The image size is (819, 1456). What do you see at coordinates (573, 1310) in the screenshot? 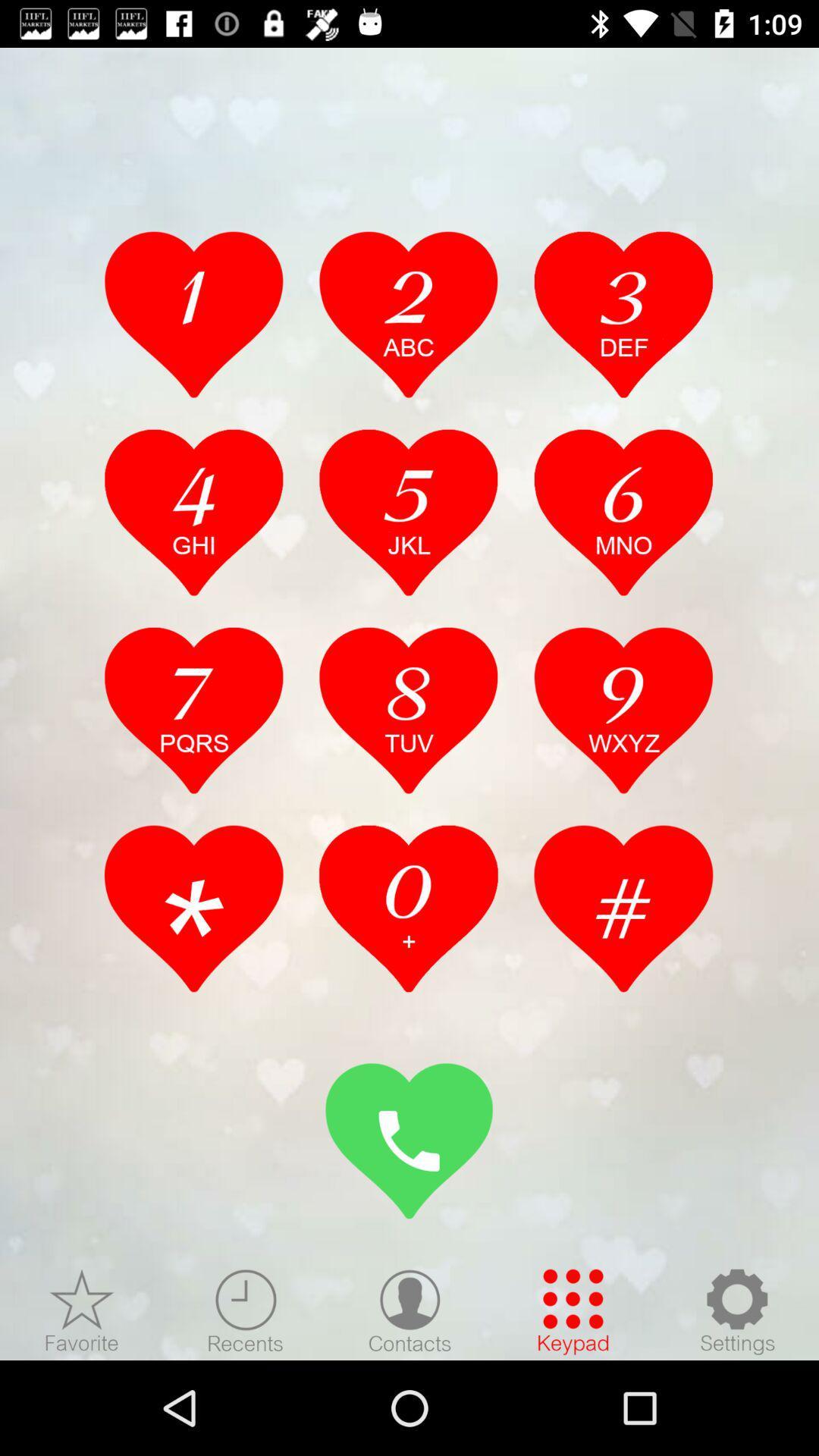
I see `the dialpad icon` at bounding box center [573, 1310].